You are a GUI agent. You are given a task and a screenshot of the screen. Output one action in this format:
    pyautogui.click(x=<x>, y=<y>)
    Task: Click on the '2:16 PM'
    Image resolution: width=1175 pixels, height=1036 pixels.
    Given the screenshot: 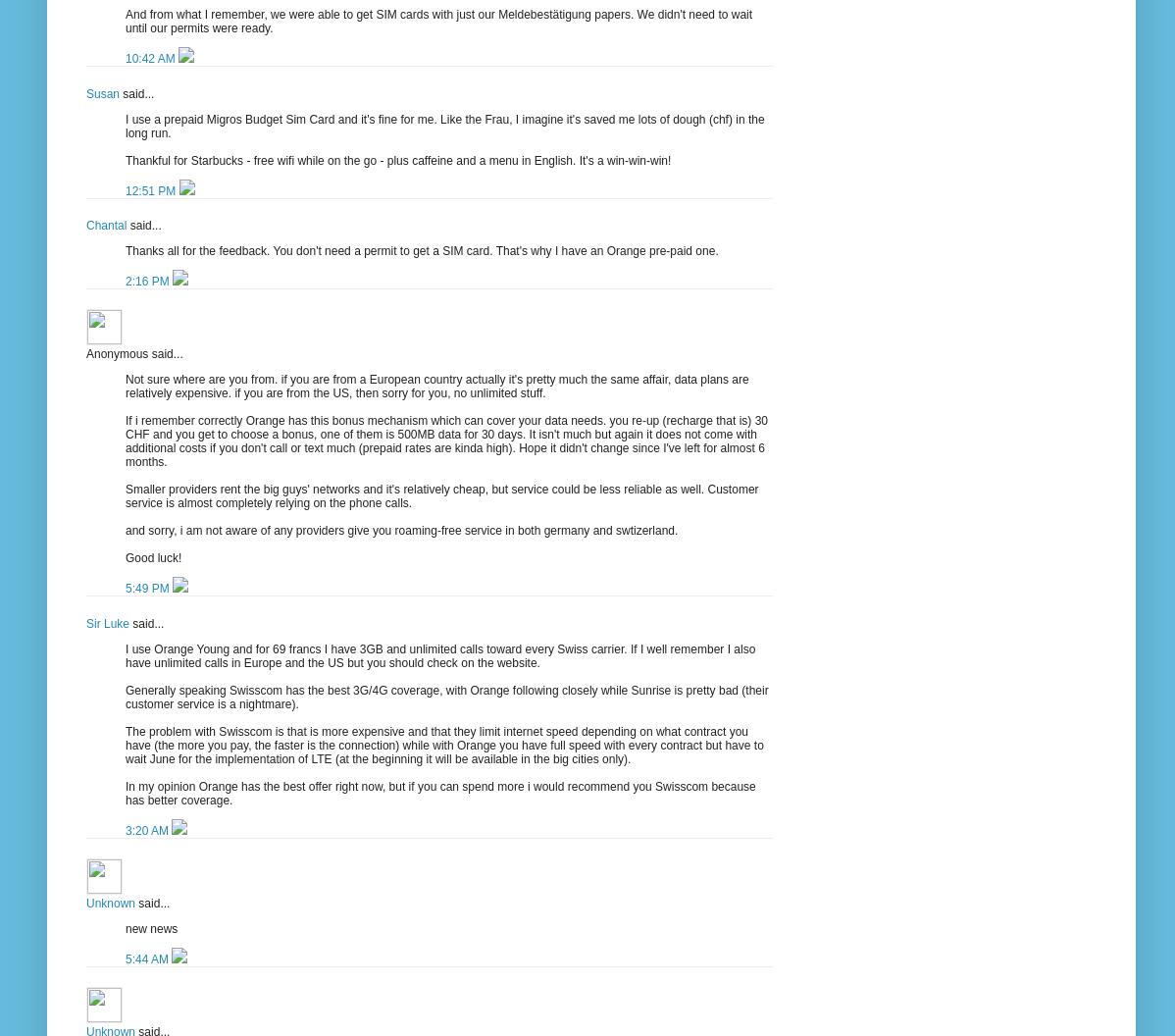 What is the action you would take?
    pyautogui.click(x=148, y=280)
    